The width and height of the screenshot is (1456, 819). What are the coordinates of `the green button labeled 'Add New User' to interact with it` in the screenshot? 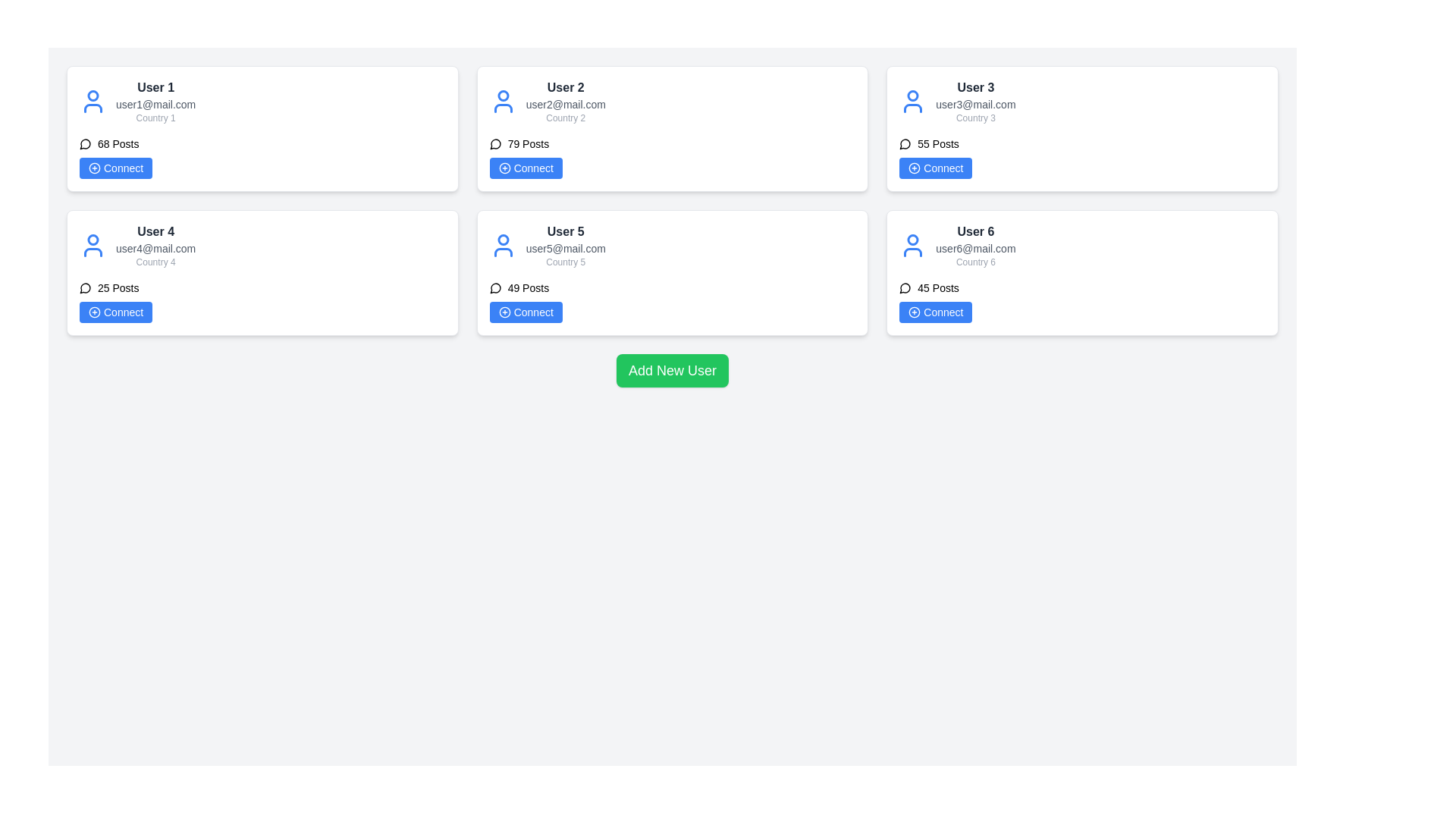 It's located at (672, 371).